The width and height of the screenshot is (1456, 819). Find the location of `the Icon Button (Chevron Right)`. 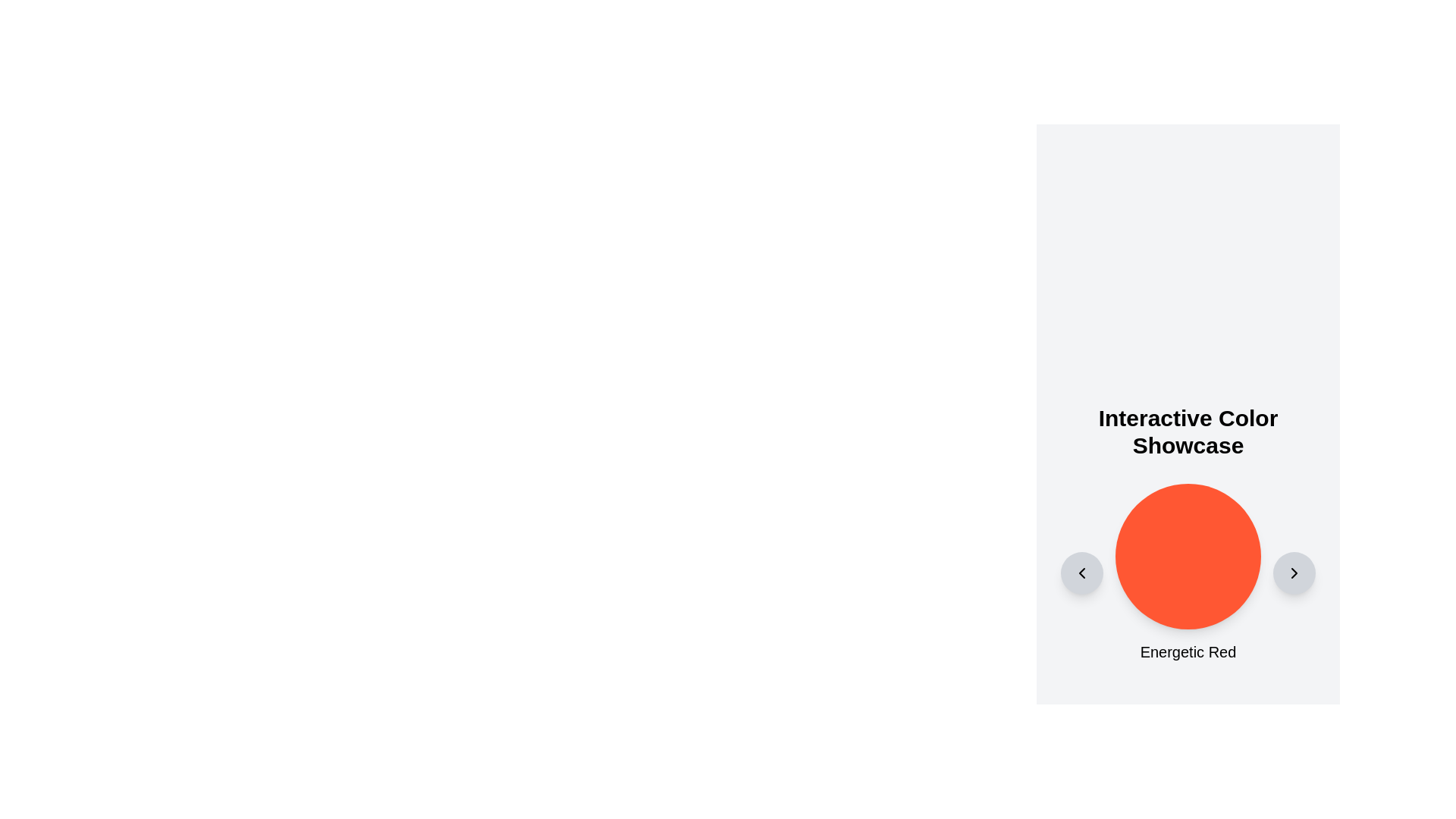

the Icon Button (Chevron Right) is located at coordinates (1294, 573).